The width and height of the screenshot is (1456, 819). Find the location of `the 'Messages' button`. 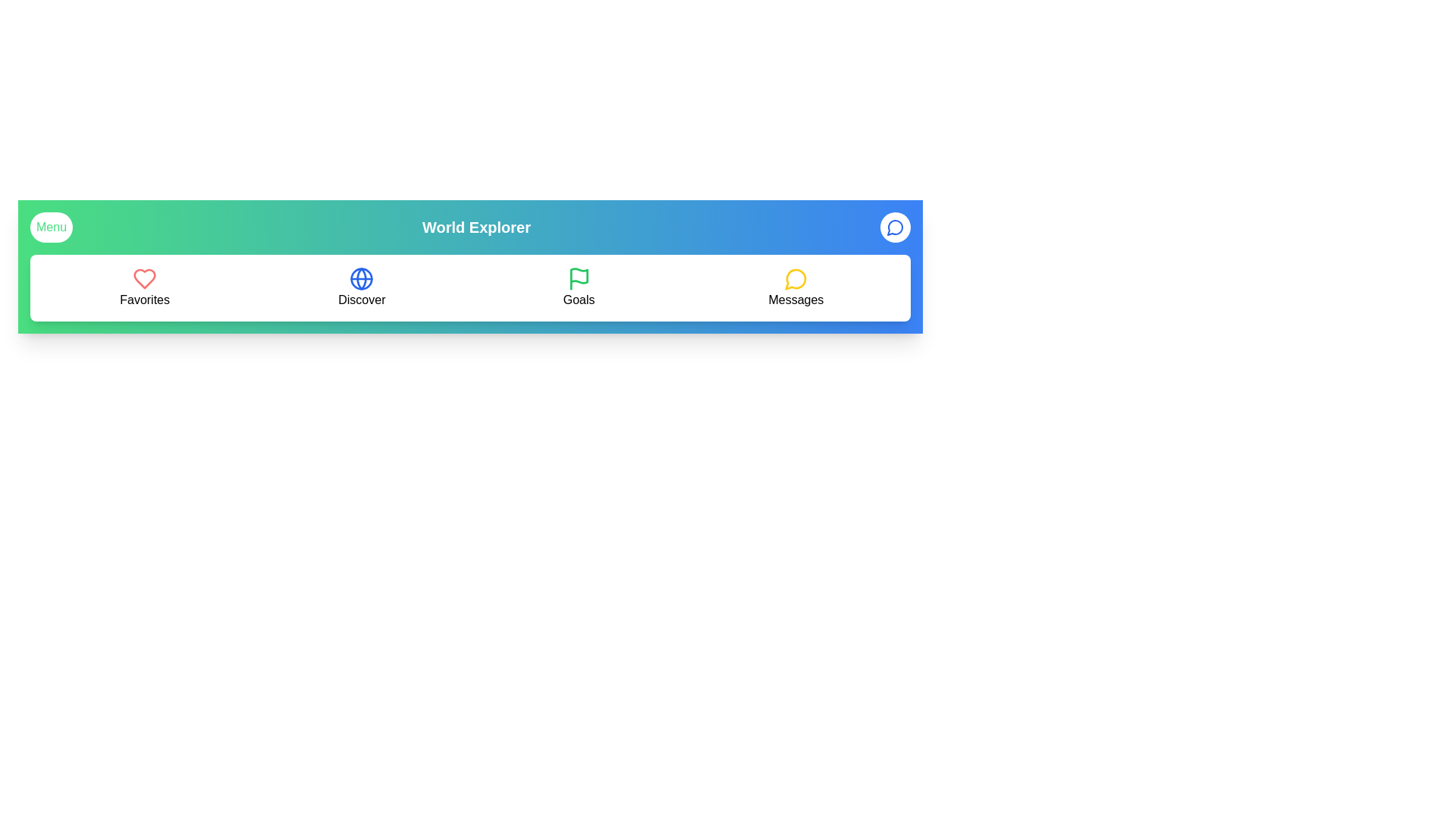

the 'Messages' button is located at coordinates (795, 288).